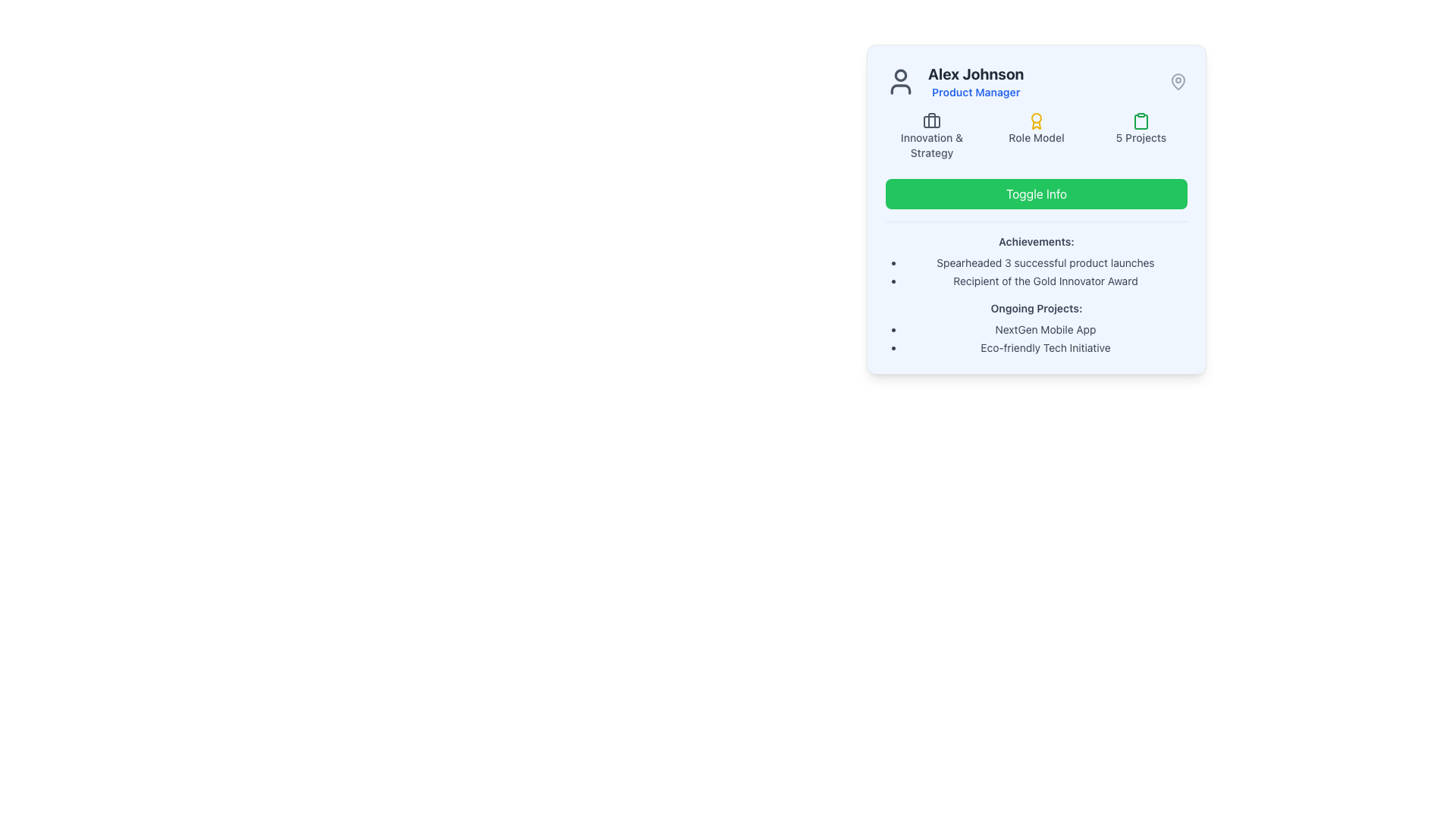 The image size is (1456, 819). Describe the element at coordinates (1141, 120) in the screenshot. I see `the color or design of the Graphic icon (SVG vector) associated with the '5 Projects' section located in the upper-right section of the profile card` at that location.